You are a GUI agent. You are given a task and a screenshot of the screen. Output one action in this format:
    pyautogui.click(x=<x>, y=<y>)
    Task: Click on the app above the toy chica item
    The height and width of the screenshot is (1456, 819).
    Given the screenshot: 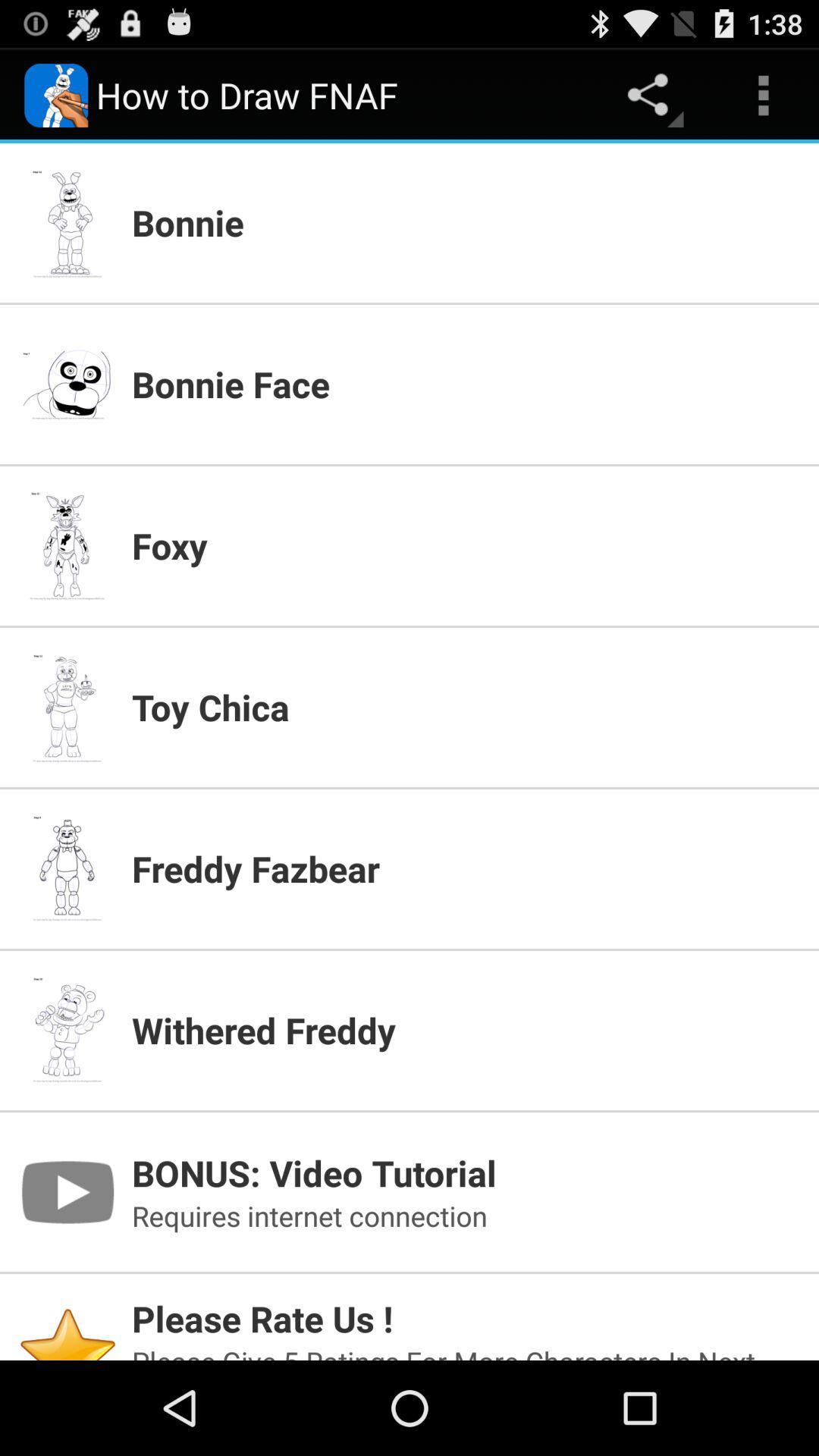 What is the action you would take?
    pyautogui.click(x=465, y=545)
    